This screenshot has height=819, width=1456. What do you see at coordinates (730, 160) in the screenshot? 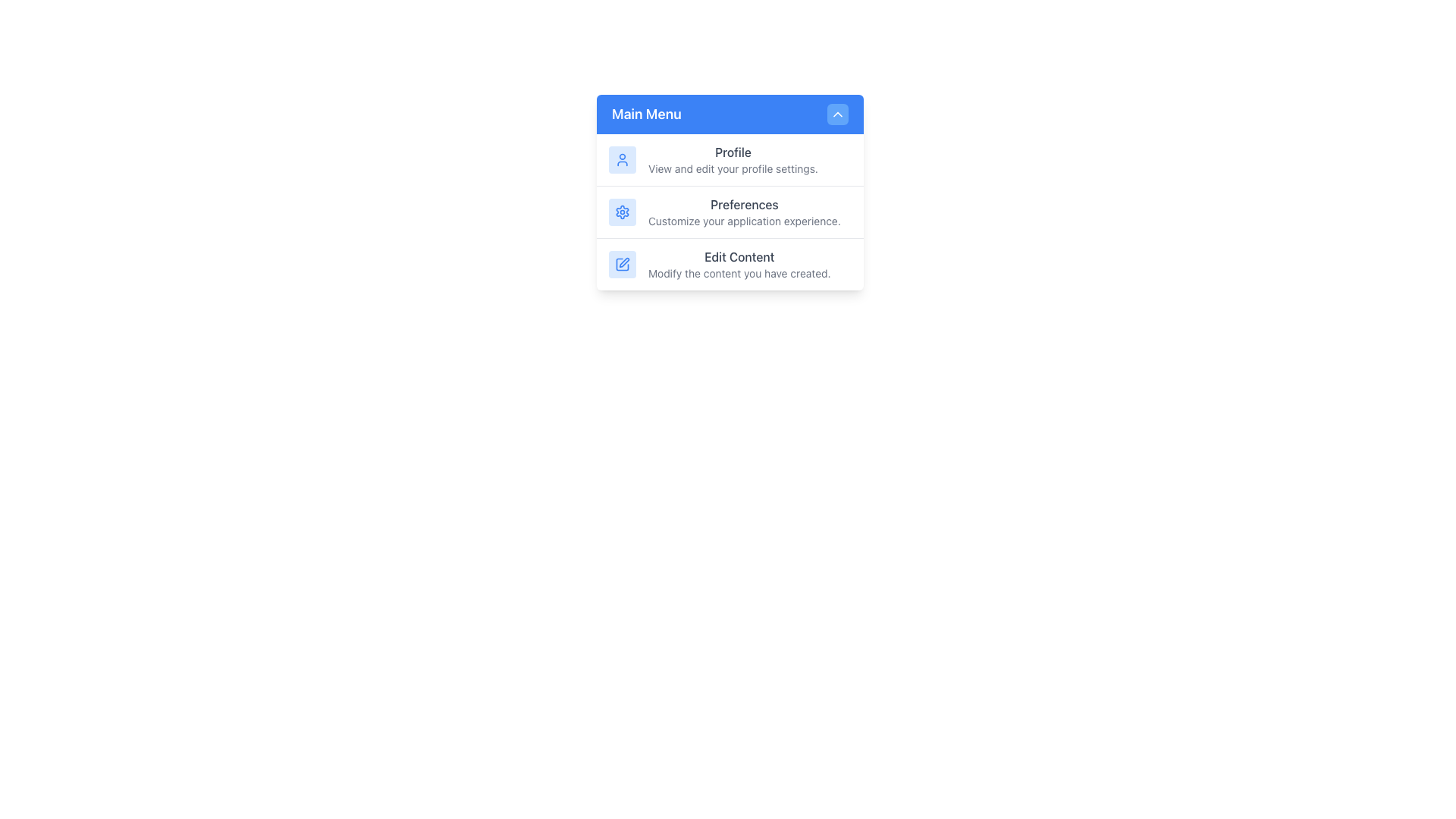
I see `the 'Profile' menu item, which is the first entry in the vertical menu under 'Main Menu' and features a blue user silhouette icon` at bounding box center [730, 160].